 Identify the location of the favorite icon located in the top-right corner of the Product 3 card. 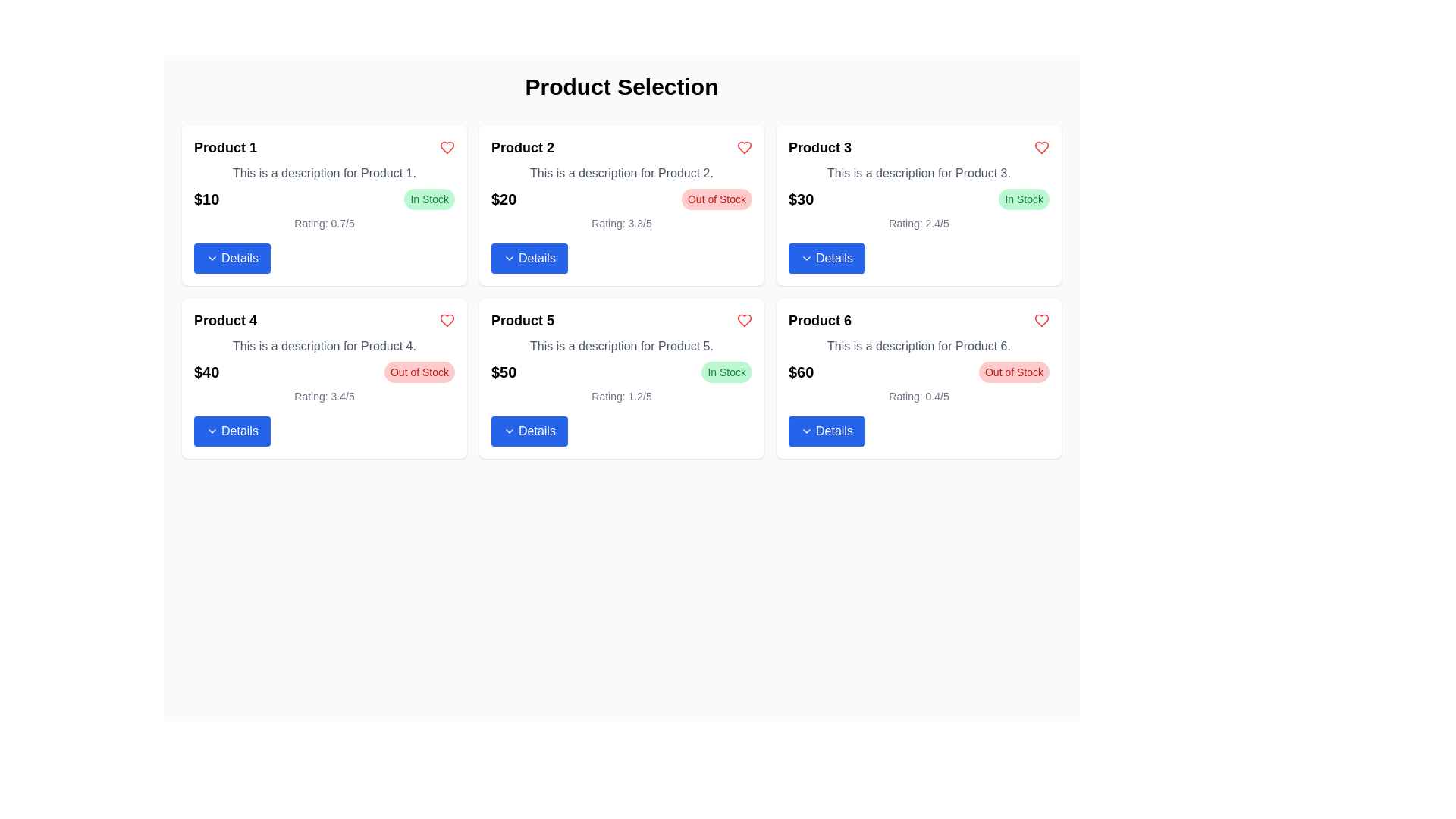
(1040, 148).